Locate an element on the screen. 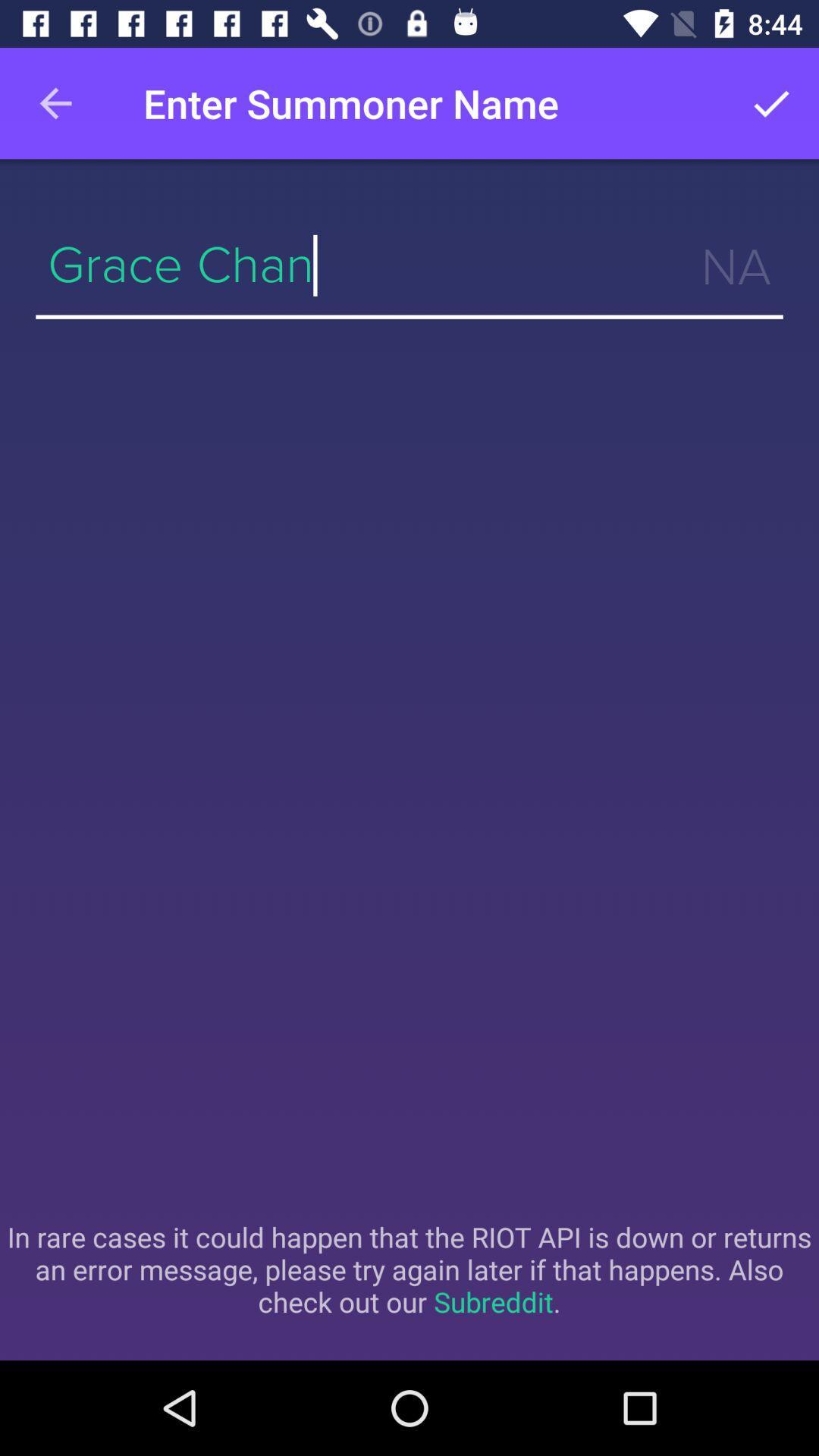 The image size is (819, 1456). grace chan item is located at coordinates (409, 265).